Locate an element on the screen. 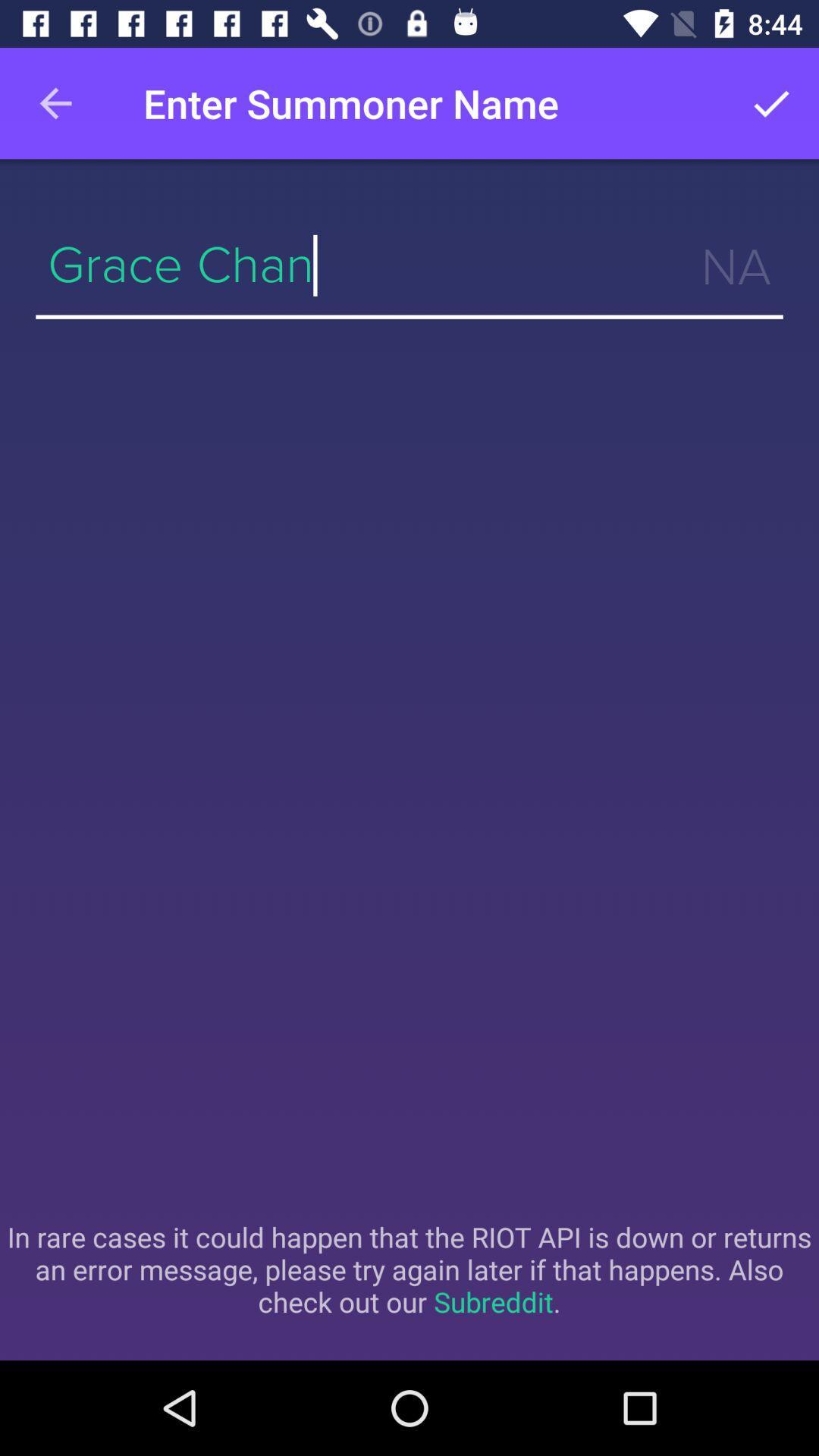 The image size is (819, 1456). grace chan item is located at coordinates (409, 265).